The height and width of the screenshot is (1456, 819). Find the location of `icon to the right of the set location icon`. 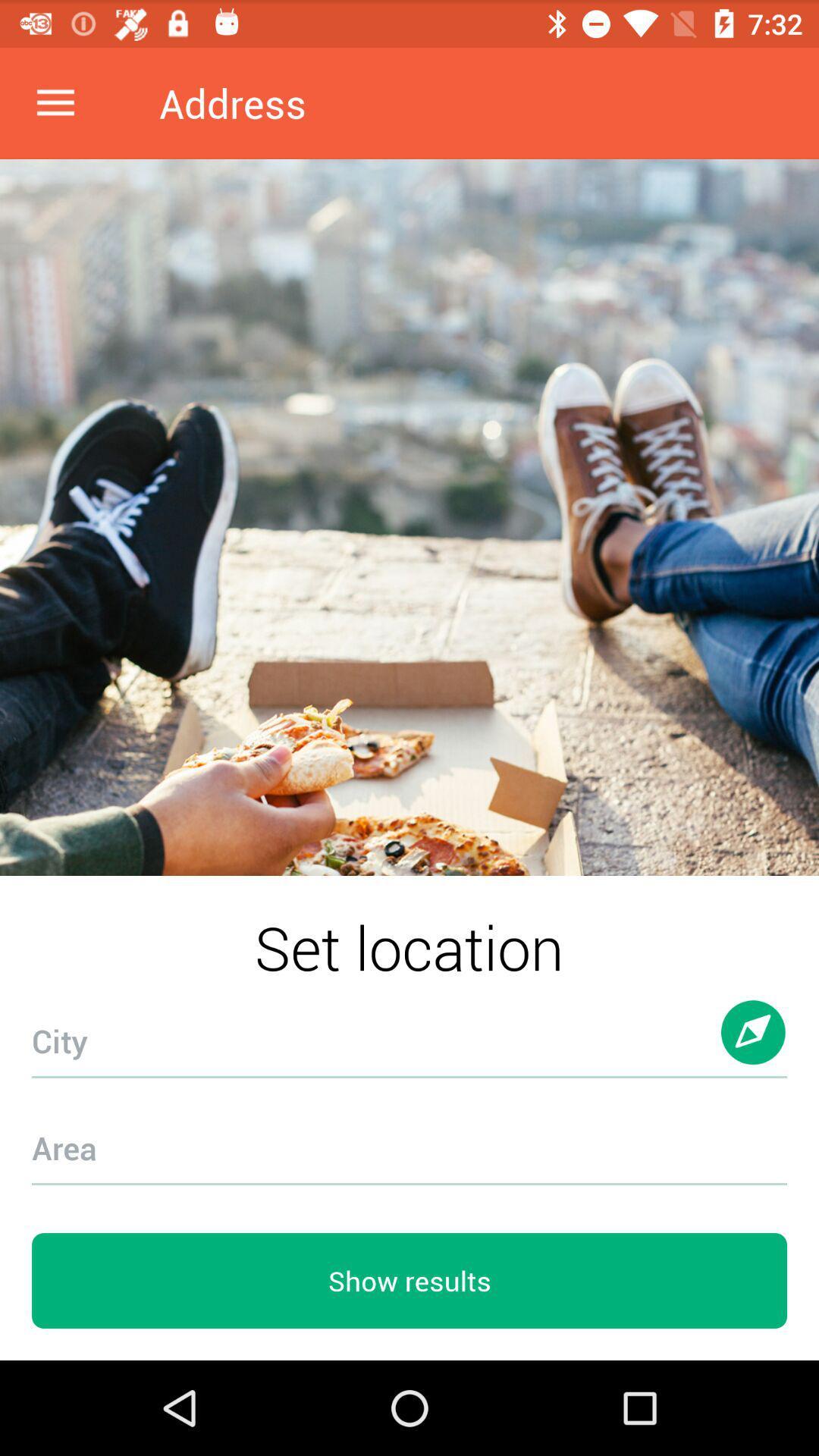

icon to the right of the set location icon is located at coordinates (754, 1046).